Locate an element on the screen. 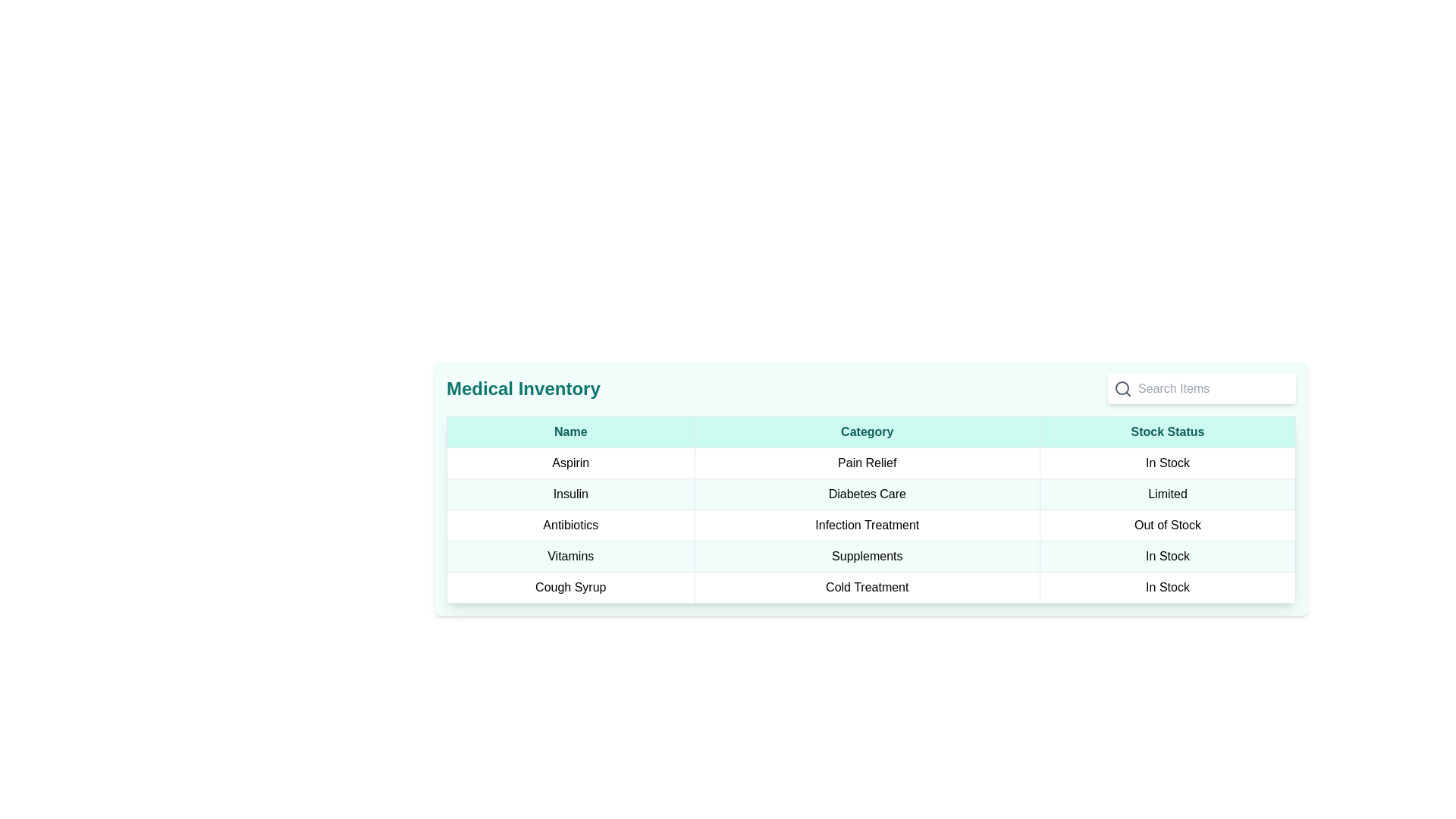 This screenshot has width=1456, height=819. the search icon located at the top-right corner above the table is located at coordinates (1123, 388).